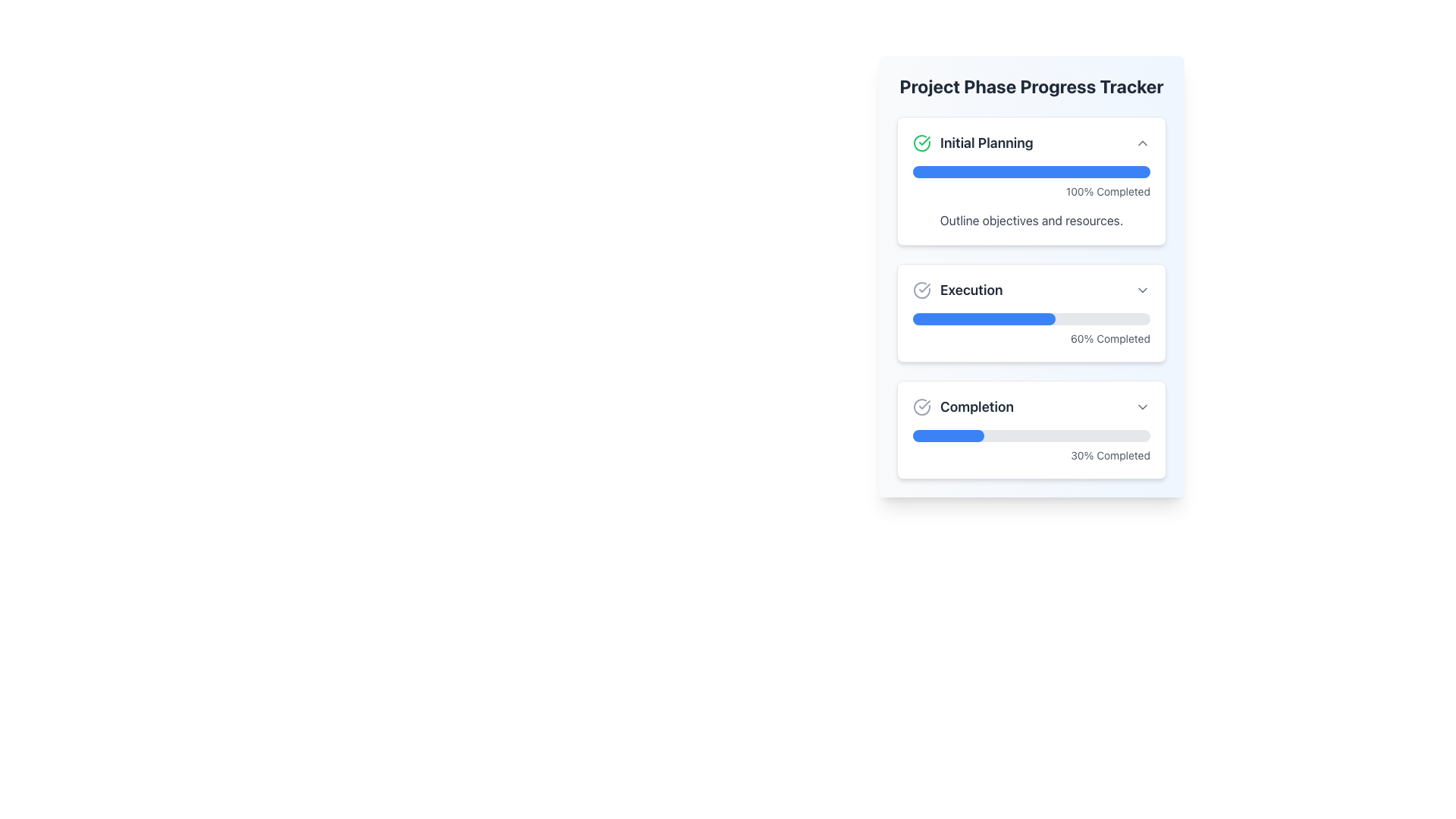 The height and width of the screenshot is (819, 1456). What do you see at coordinates (921, 406) in the screenshot?
I see `the completion status indicator icon located to the left of the 'Completion' section label in the progress tracker interface` at bounding box center [921, 406].